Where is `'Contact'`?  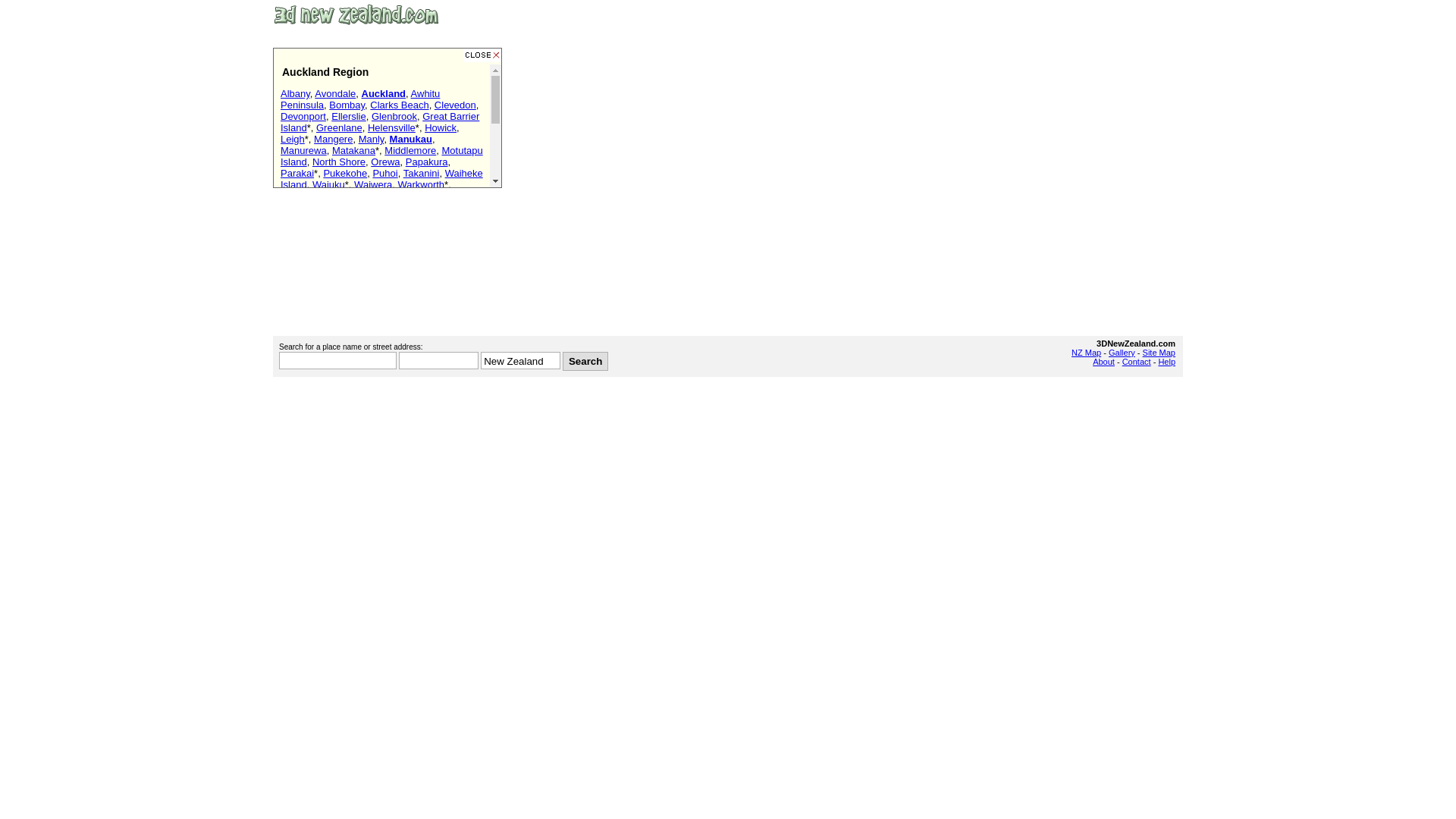 'Contact' is located at coordinates (1136, 362).